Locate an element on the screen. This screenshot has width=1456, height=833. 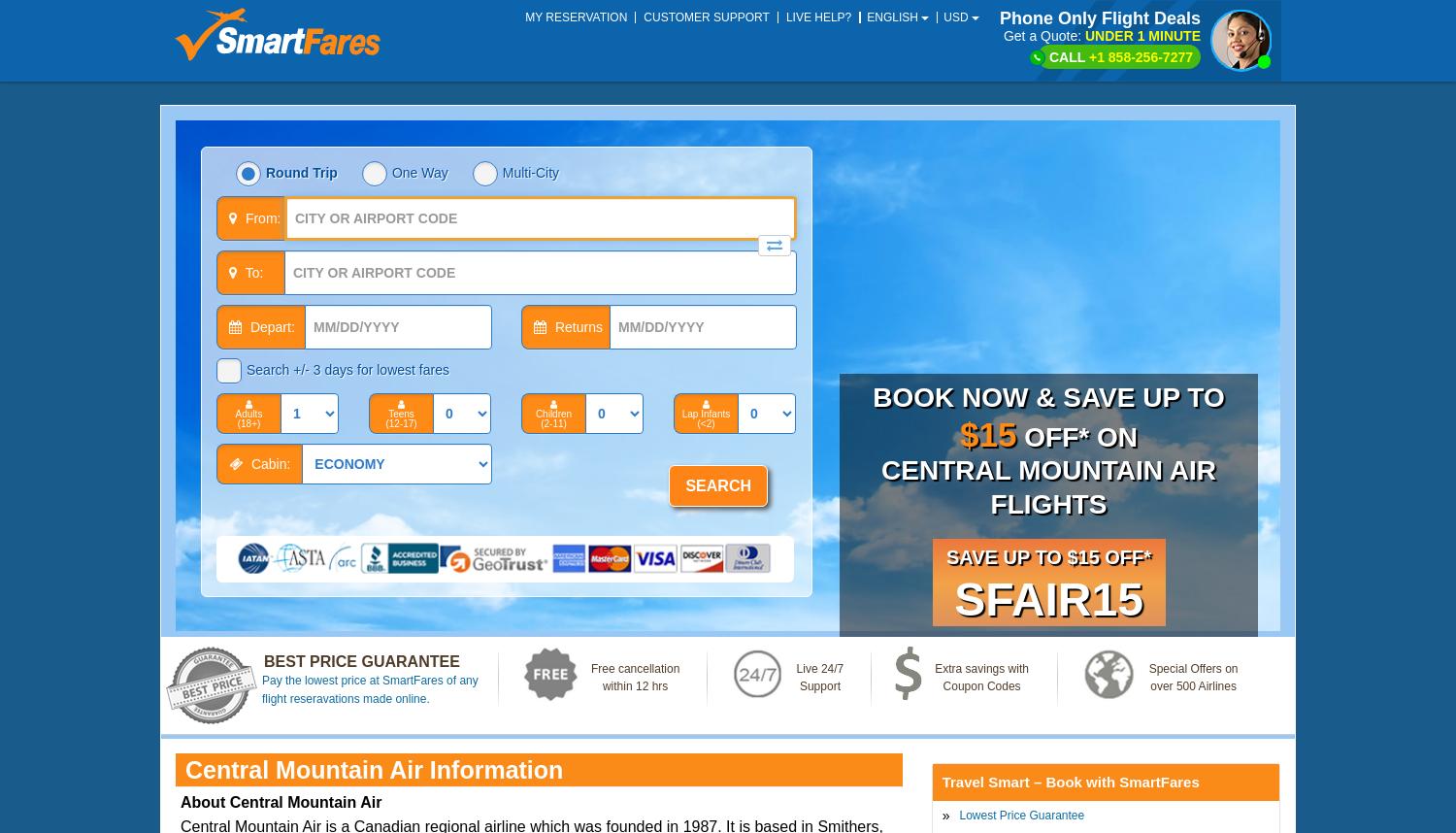
'Travel Smart – Book with SmartFares' is located at coordinates (1069, 782).